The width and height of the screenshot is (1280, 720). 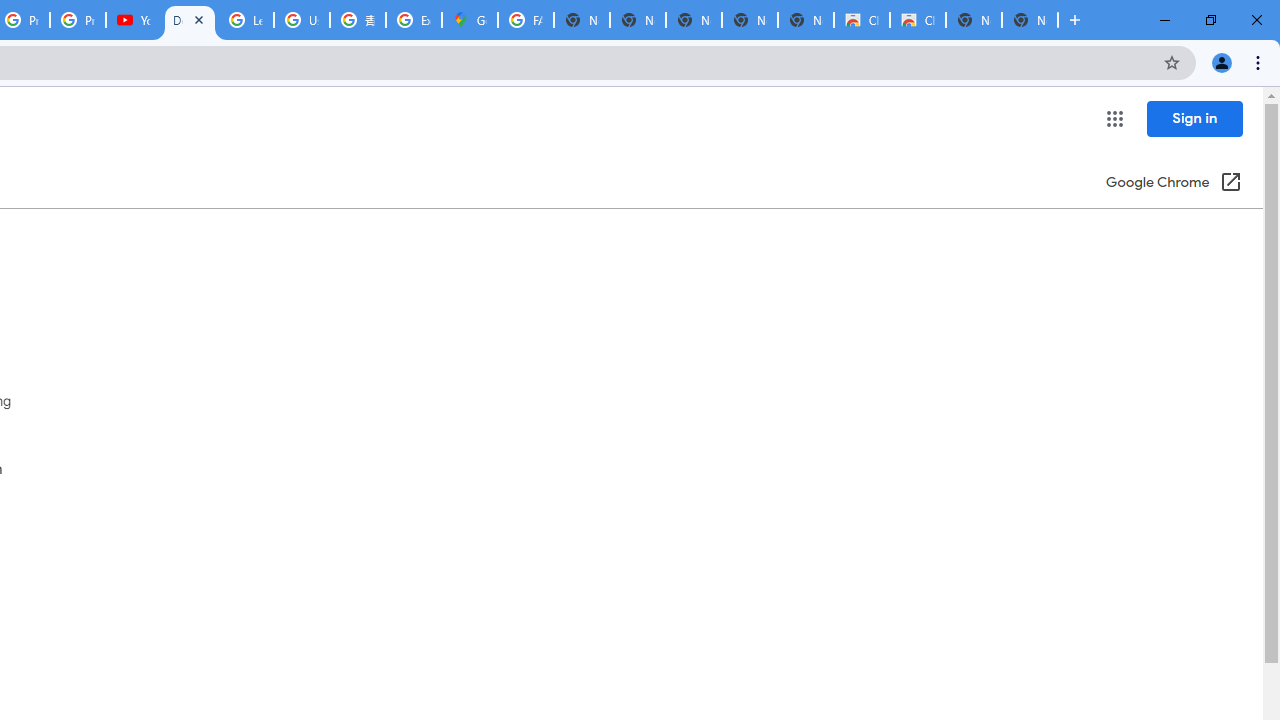 What do you see at coordinates (862, 20) in the screenshot?
I see `'Classic Blue - Chrome Web Store'` at bounding box center [862, 20].